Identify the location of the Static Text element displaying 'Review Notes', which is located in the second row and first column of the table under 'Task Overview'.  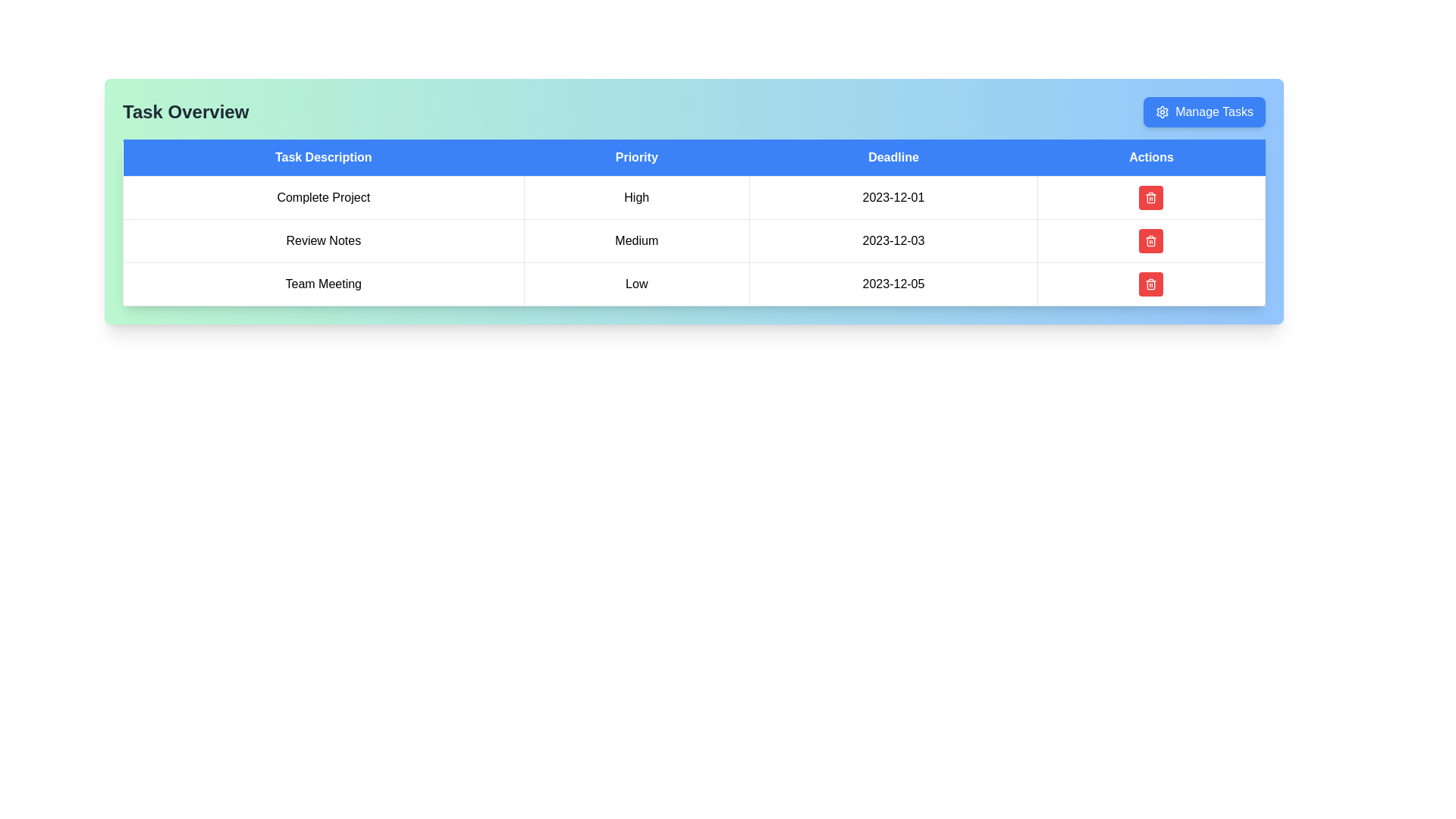
(322, 240).